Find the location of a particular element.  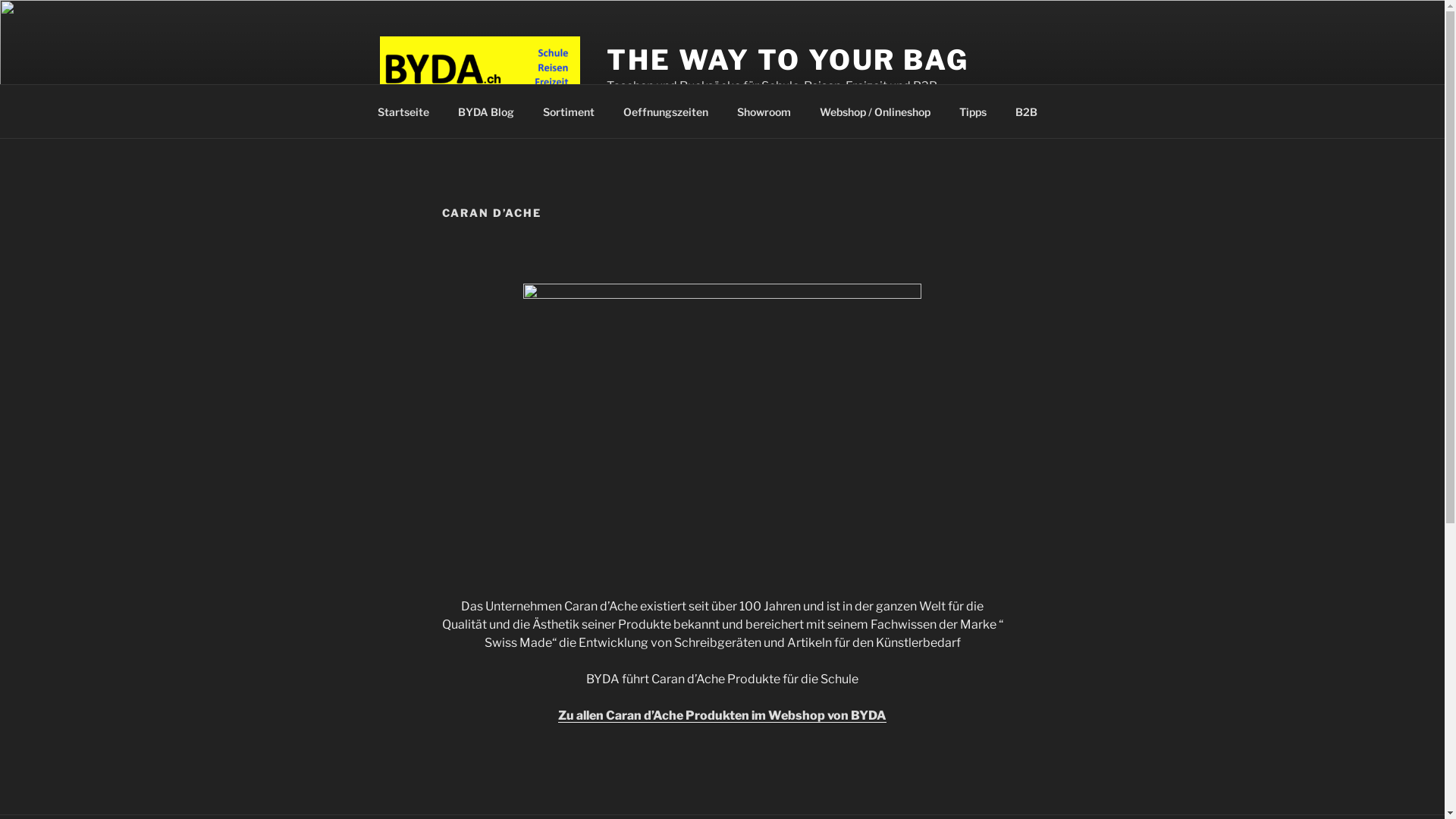

'Sortiment' is located at coordinates (567, 110).